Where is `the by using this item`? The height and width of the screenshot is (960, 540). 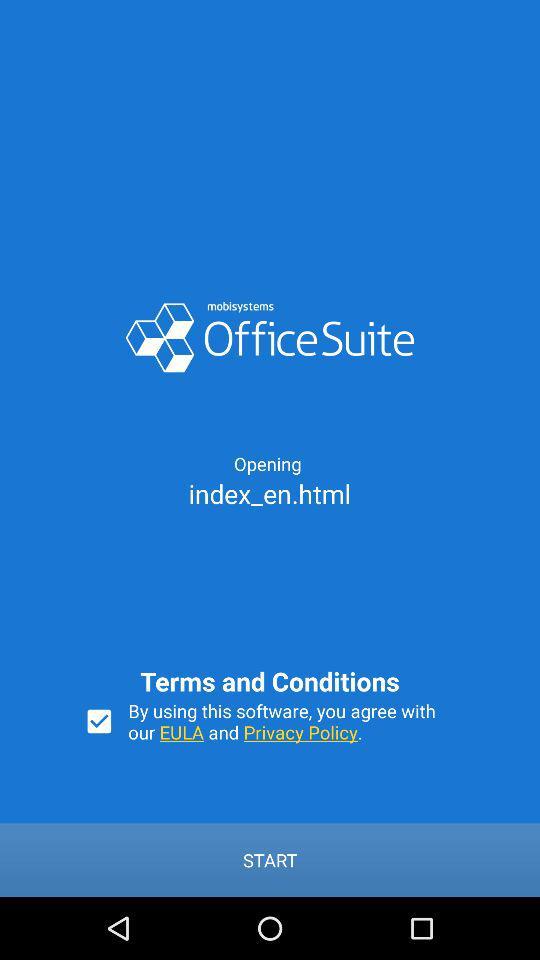
the by using this item is located at coordinates (291, 720).